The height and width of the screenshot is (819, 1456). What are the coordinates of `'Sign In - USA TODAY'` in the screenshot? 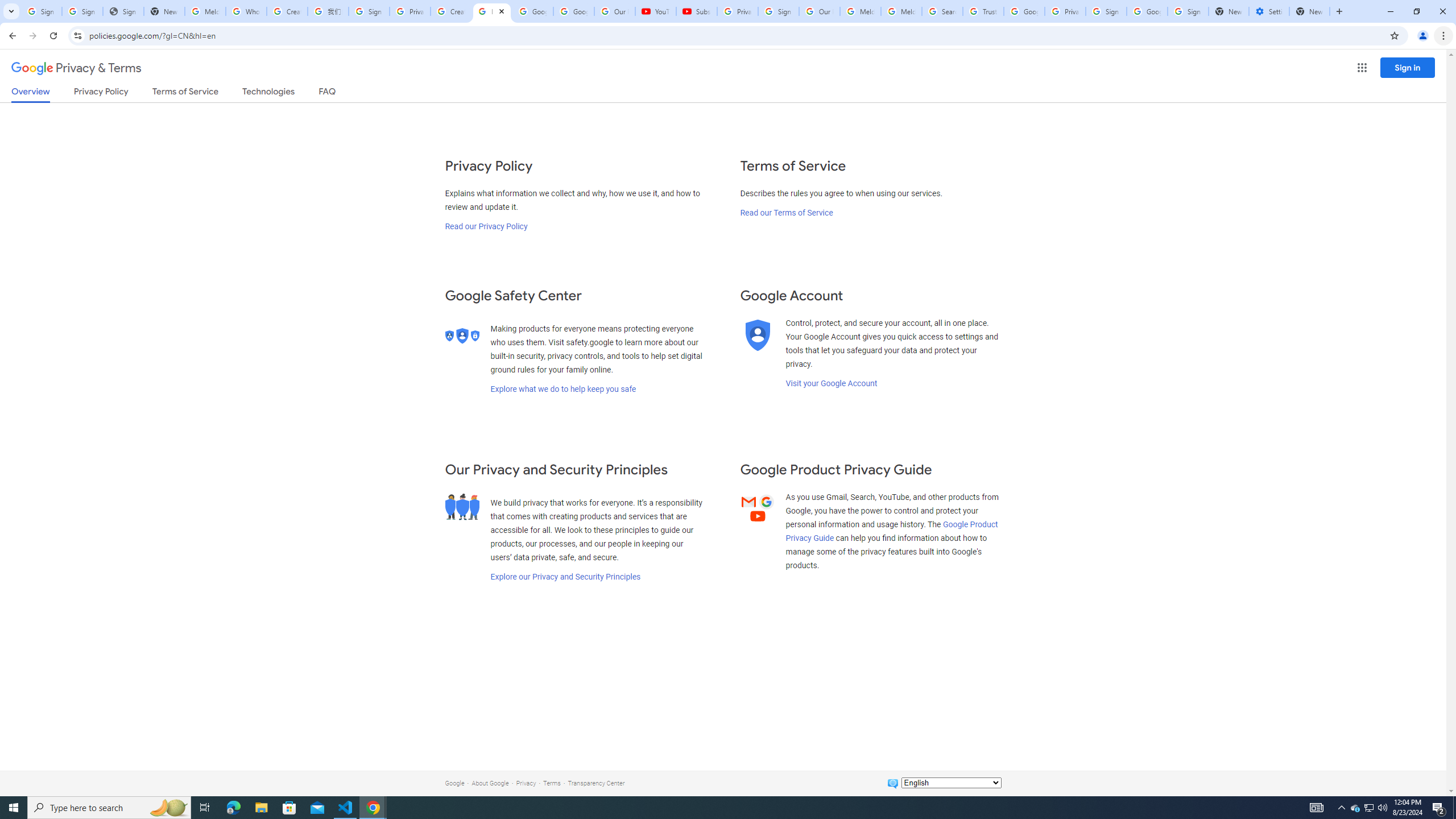 It's located at (123, 11).